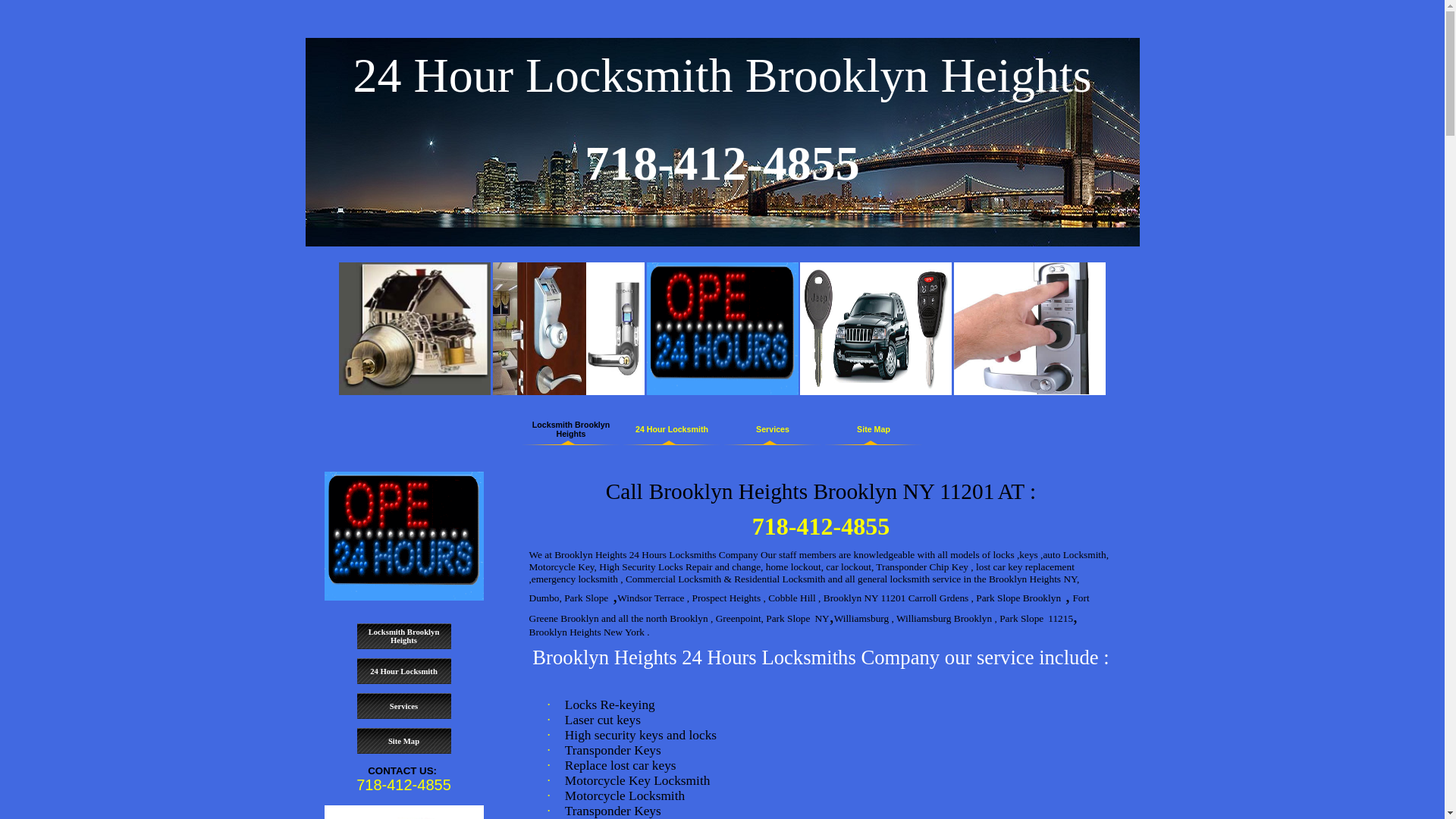  What do you see at coordinates (403, 535) in the screenshot?
I see `'Brooklyn Heights 24 hours Locksmith service '` at bounding box center [403, 535].